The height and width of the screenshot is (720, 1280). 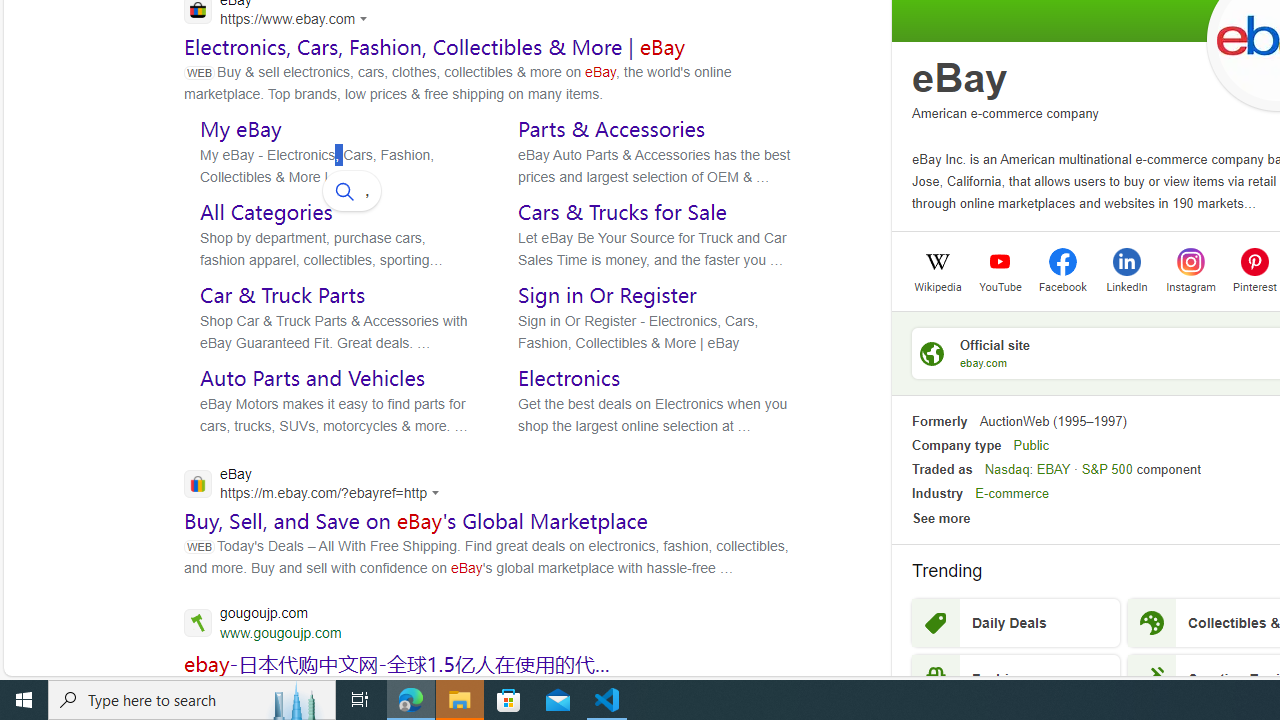 I want to click on 'Daily Deals', so click(x=1015, y=622).